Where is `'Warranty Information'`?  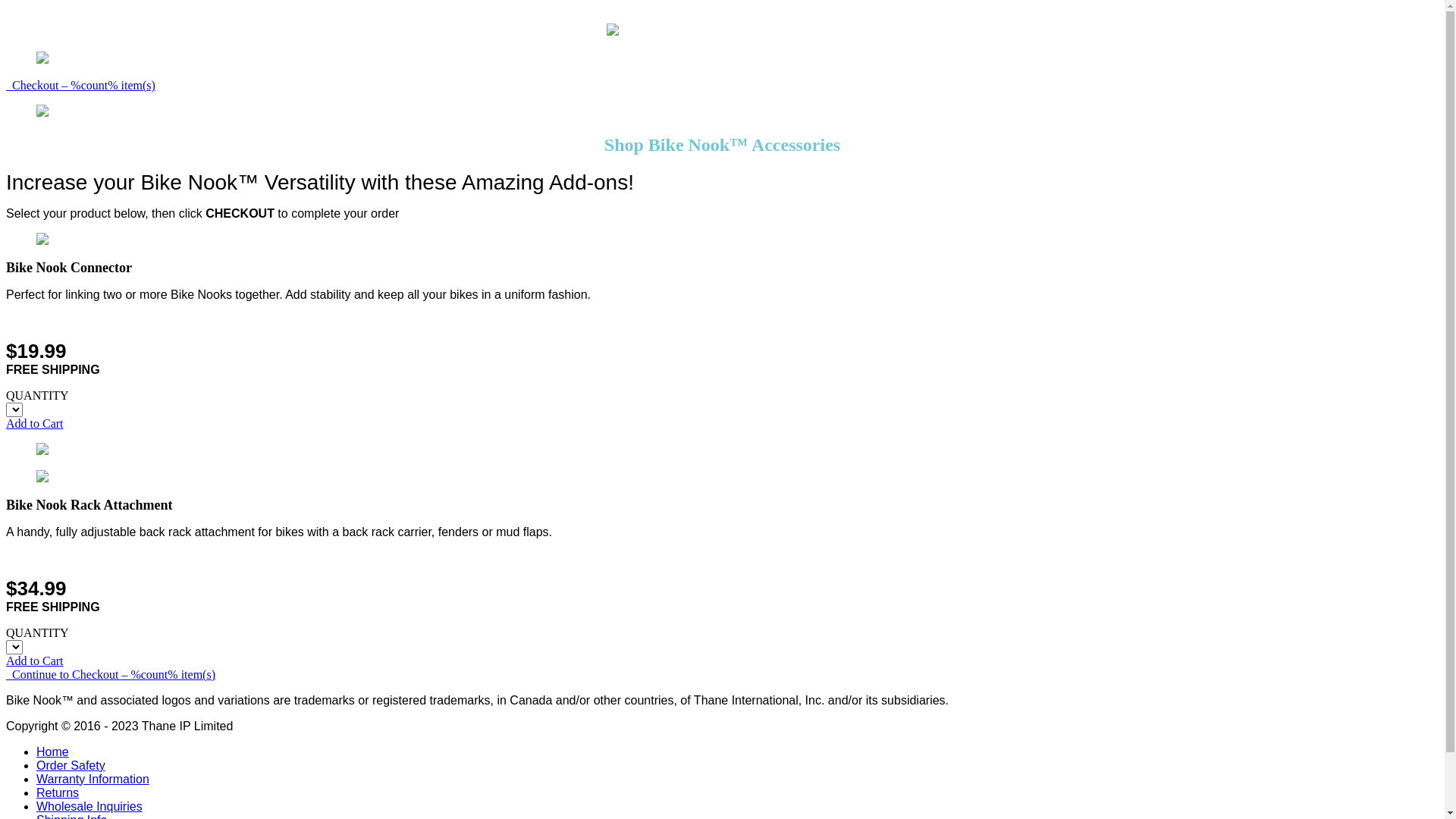 'Warranty Information' is located at coordinates (92, 779).